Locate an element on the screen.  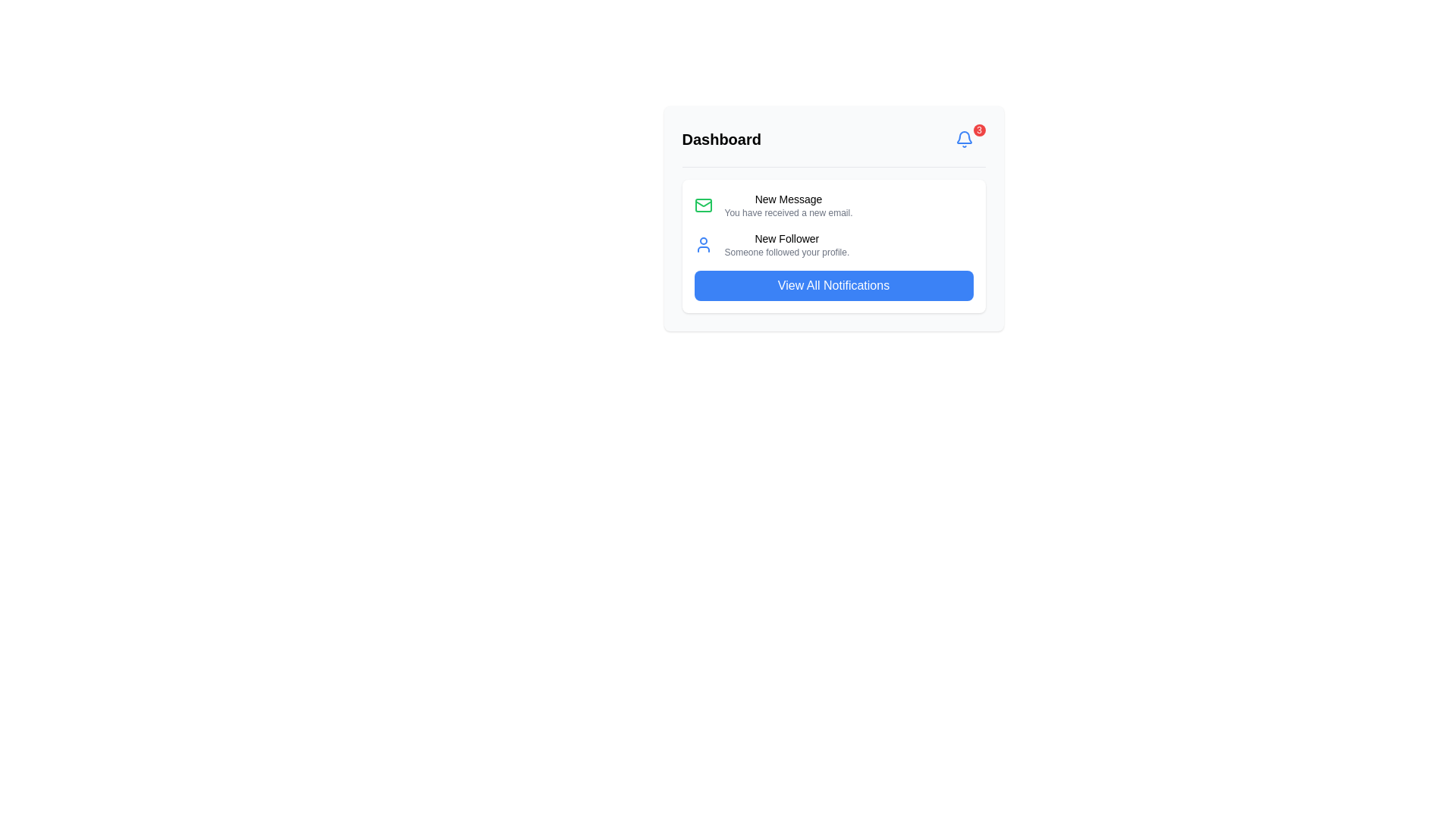
the user-related notification icon located to the immediate left of the 'New Follower' text segment is located at coordinates (702, 244).